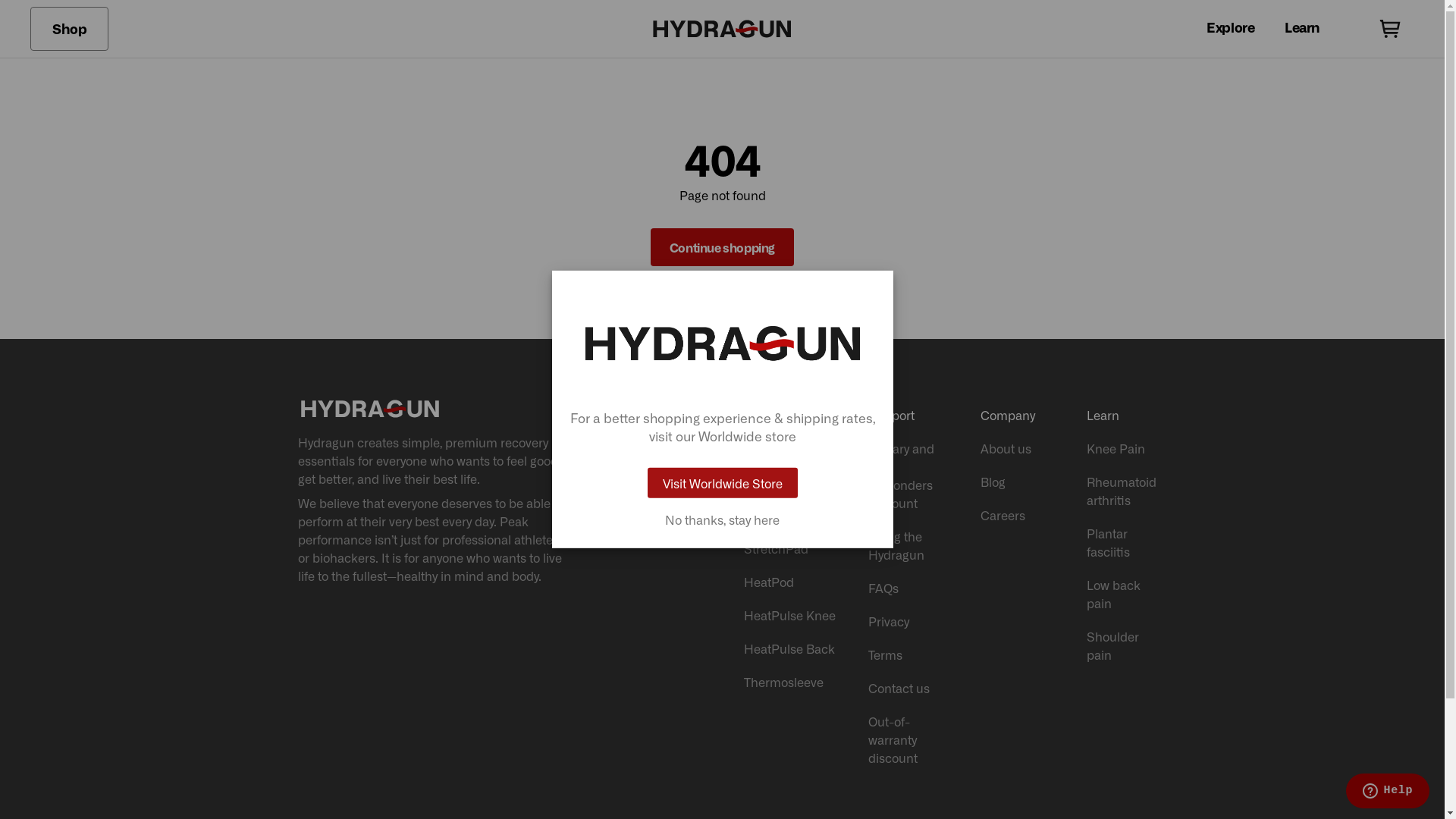  Describe the element at coordinates (908, 620) in the screenshot. I see `'Privacy'` at that location.